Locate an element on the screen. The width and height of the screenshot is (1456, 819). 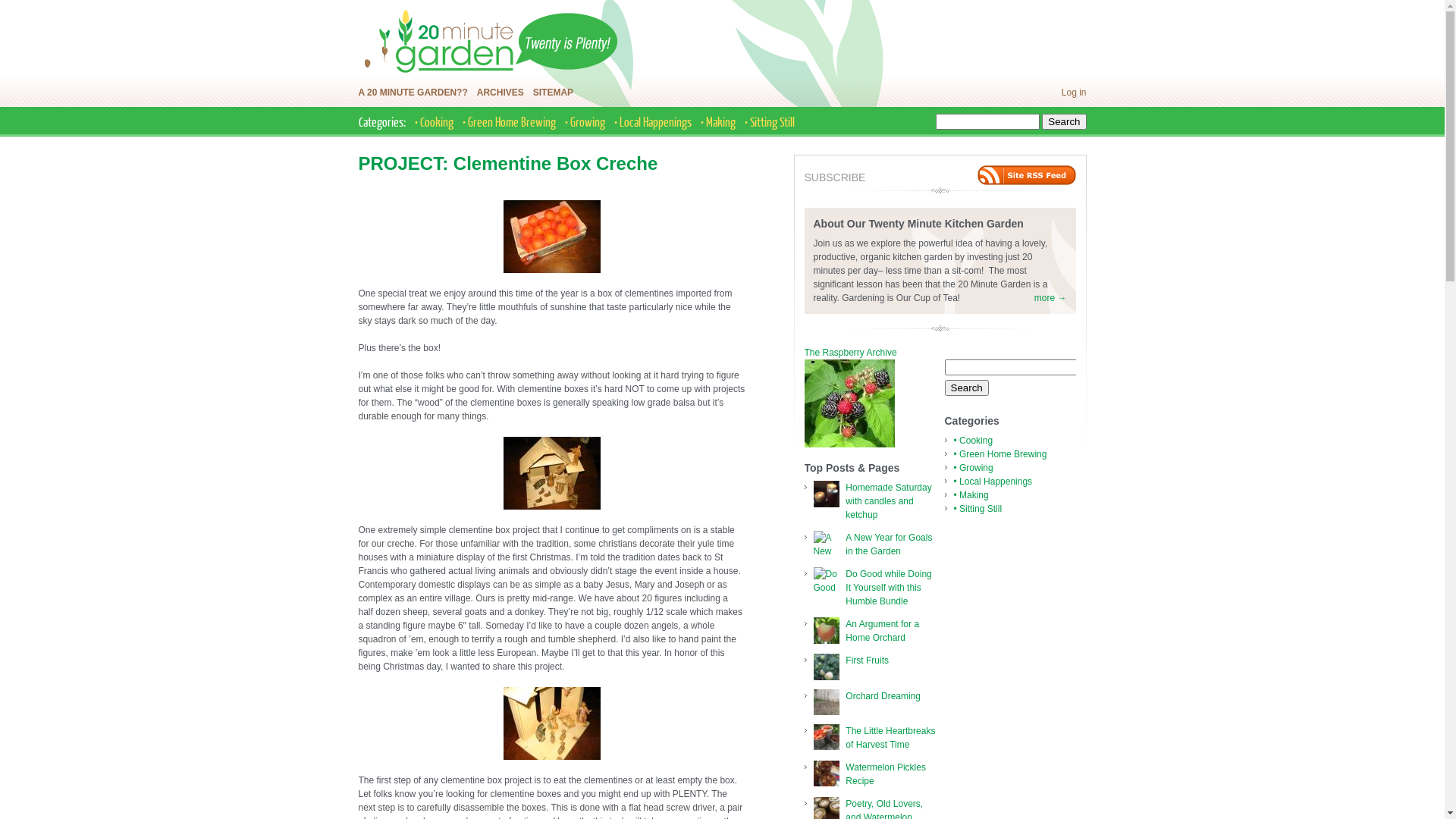
'A New Year for Goals in the Garden' is located at coordinates (888, 543).